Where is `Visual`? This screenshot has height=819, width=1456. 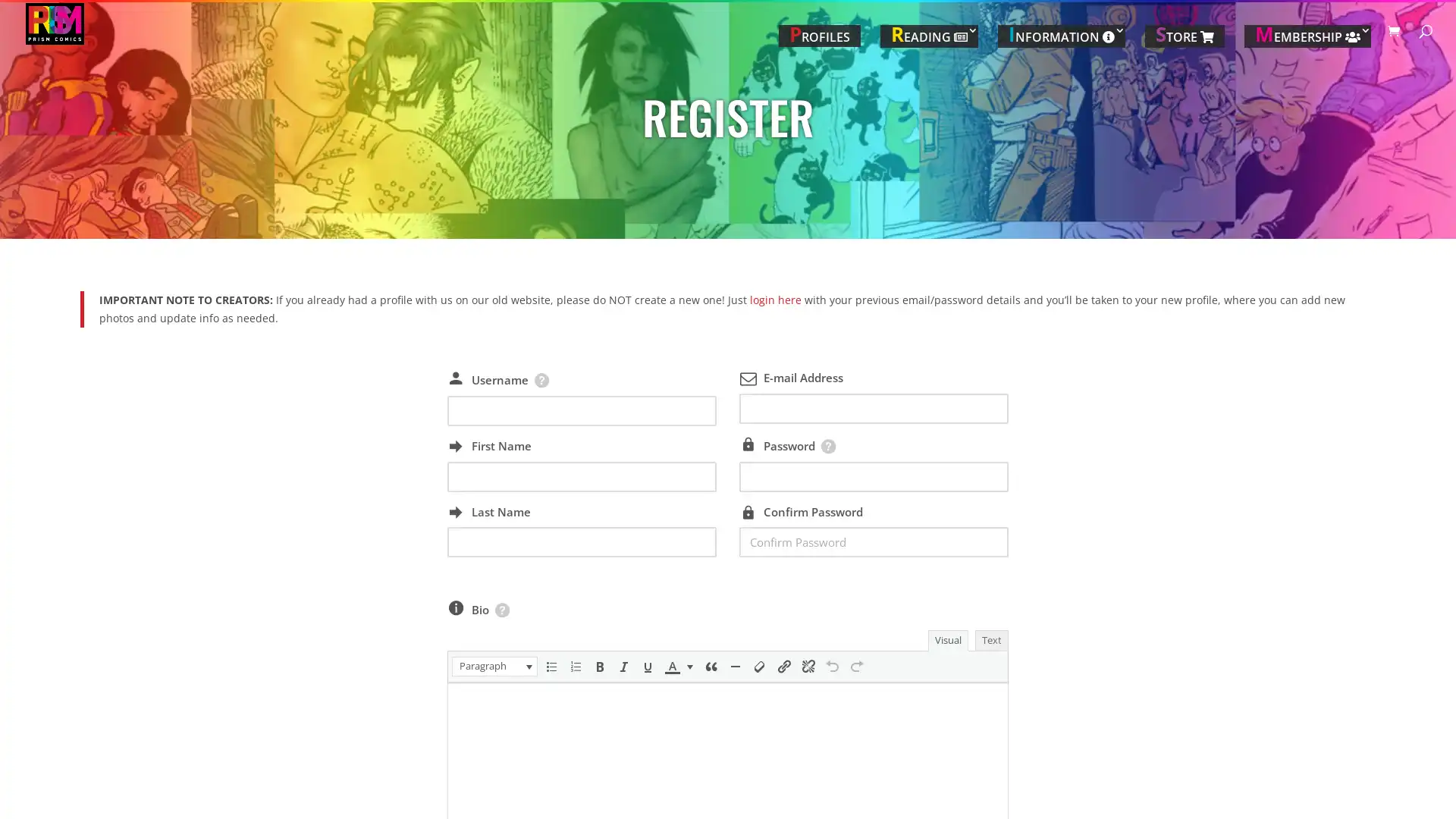
Visual is located at coordinates (946, 640).